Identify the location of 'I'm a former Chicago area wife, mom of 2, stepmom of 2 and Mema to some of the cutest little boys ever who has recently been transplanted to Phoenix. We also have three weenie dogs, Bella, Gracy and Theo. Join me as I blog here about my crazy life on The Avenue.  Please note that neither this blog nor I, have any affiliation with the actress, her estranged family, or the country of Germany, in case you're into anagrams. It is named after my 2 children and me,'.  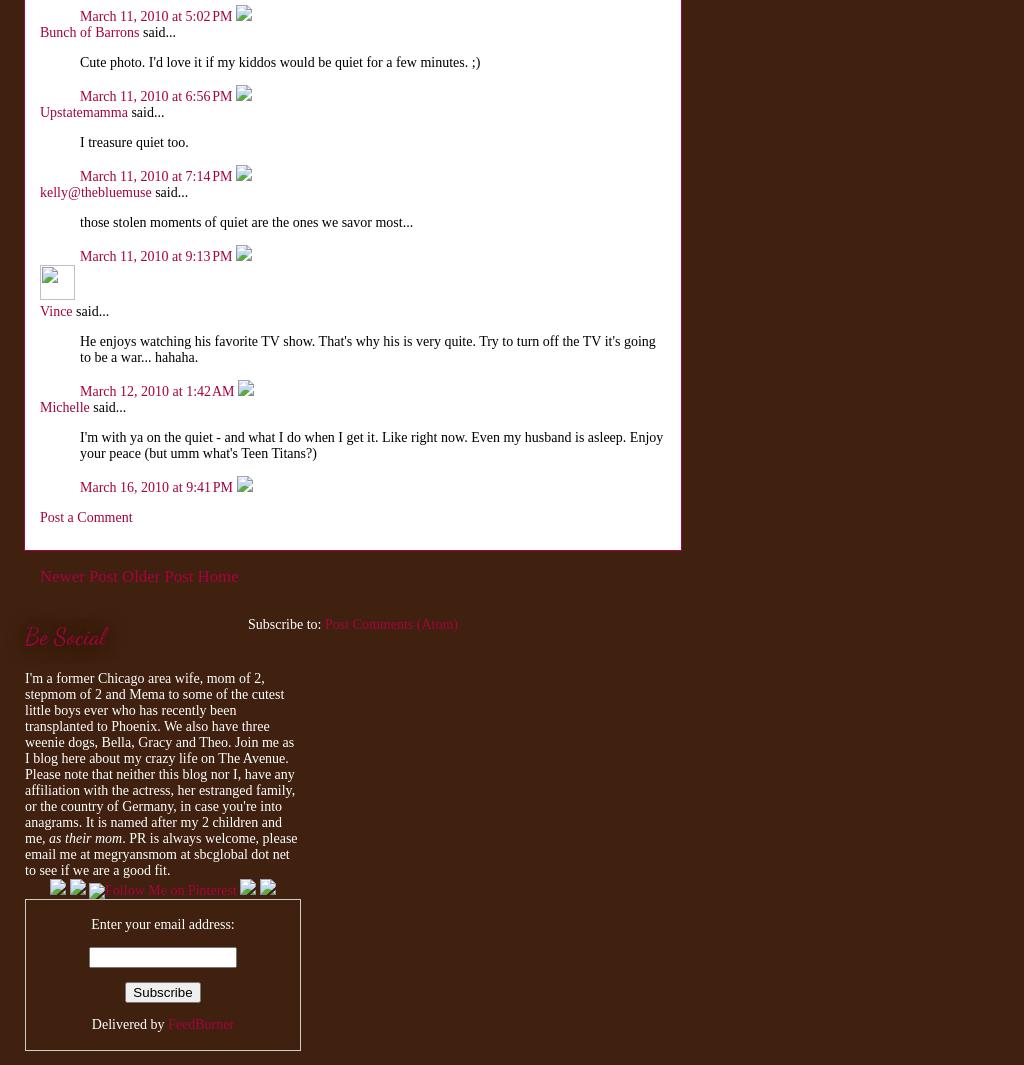
(158, 758).